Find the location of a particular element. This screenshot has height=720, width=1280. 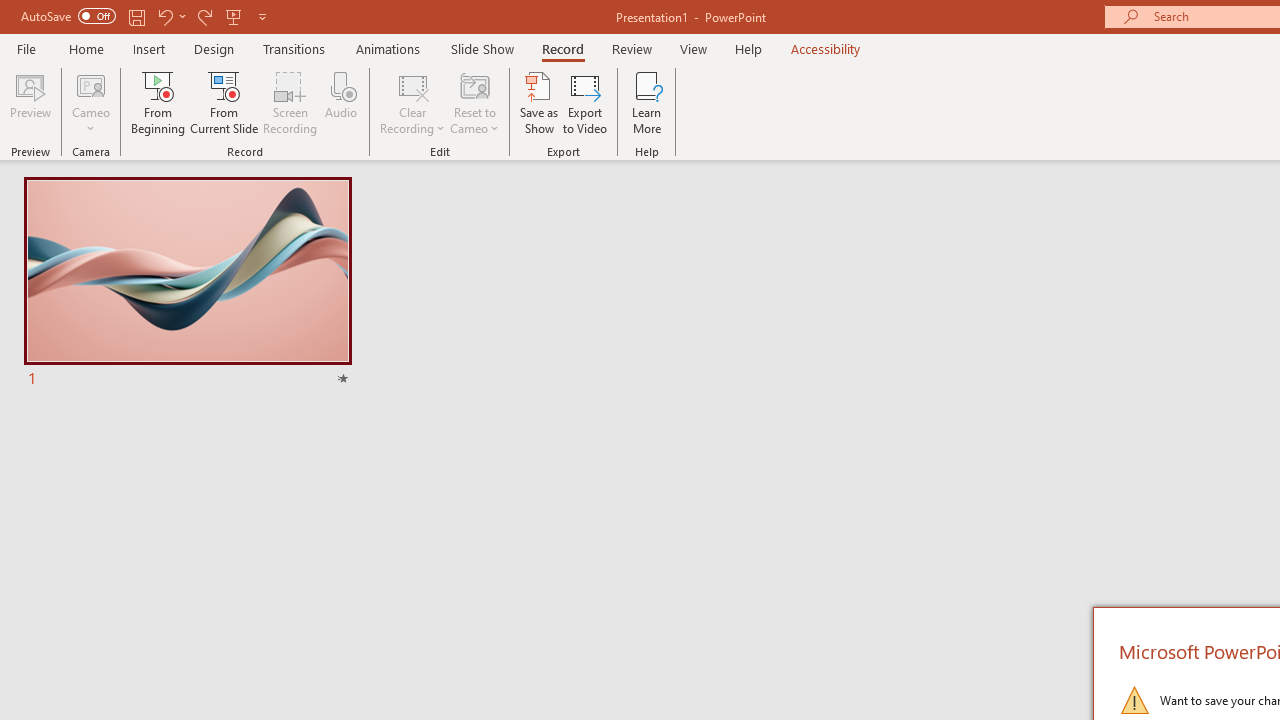

'Warning Icon' is located at coordinates (1134, 698).